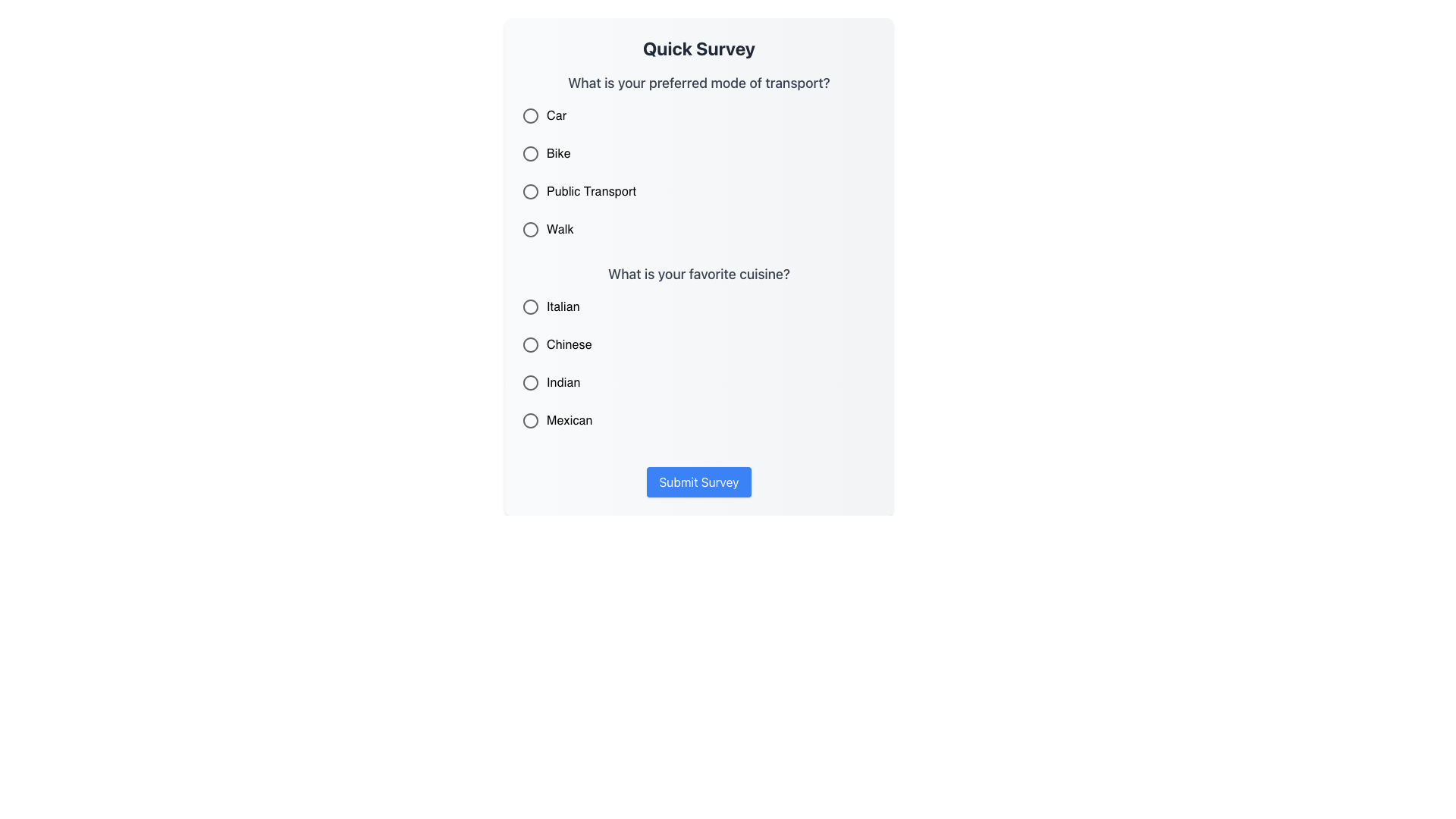  I want to click on the 'Car' radio button in the preferred mode of transport section, so click(531, 115).